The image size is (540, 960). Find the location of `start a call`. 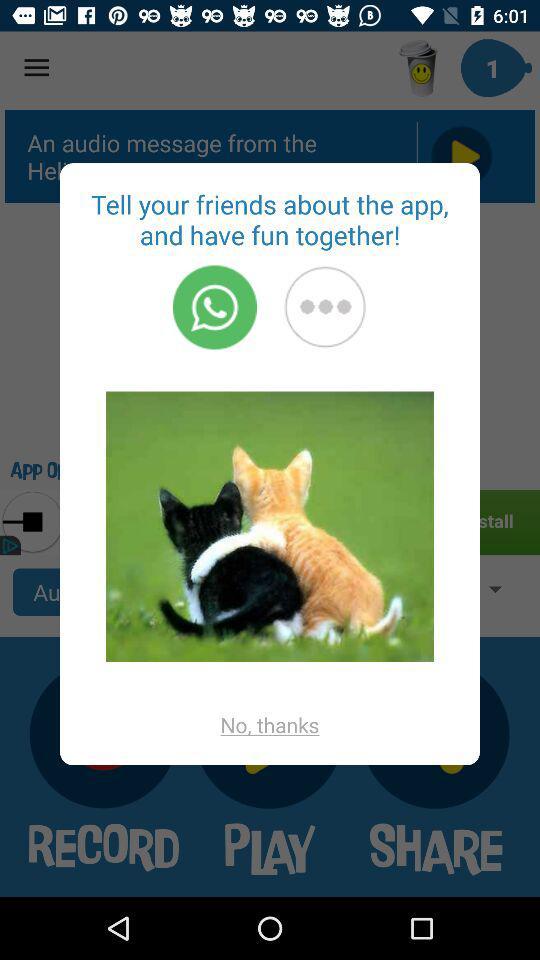

start a call is located at coordinates (213, 307).